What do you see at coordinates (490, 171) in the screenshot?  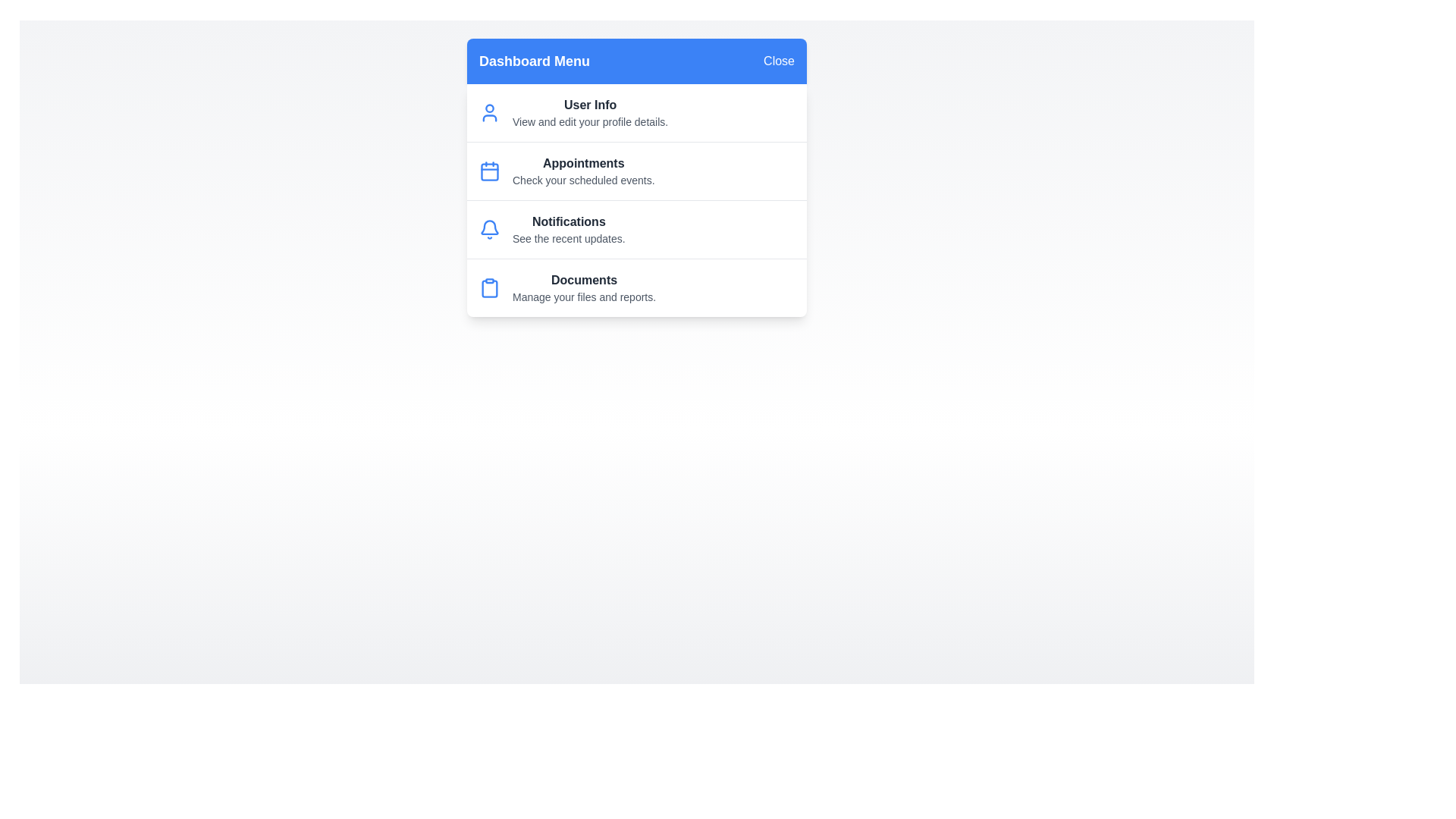 I see `the icon representing Appointments` at bounding box center [490, 171].